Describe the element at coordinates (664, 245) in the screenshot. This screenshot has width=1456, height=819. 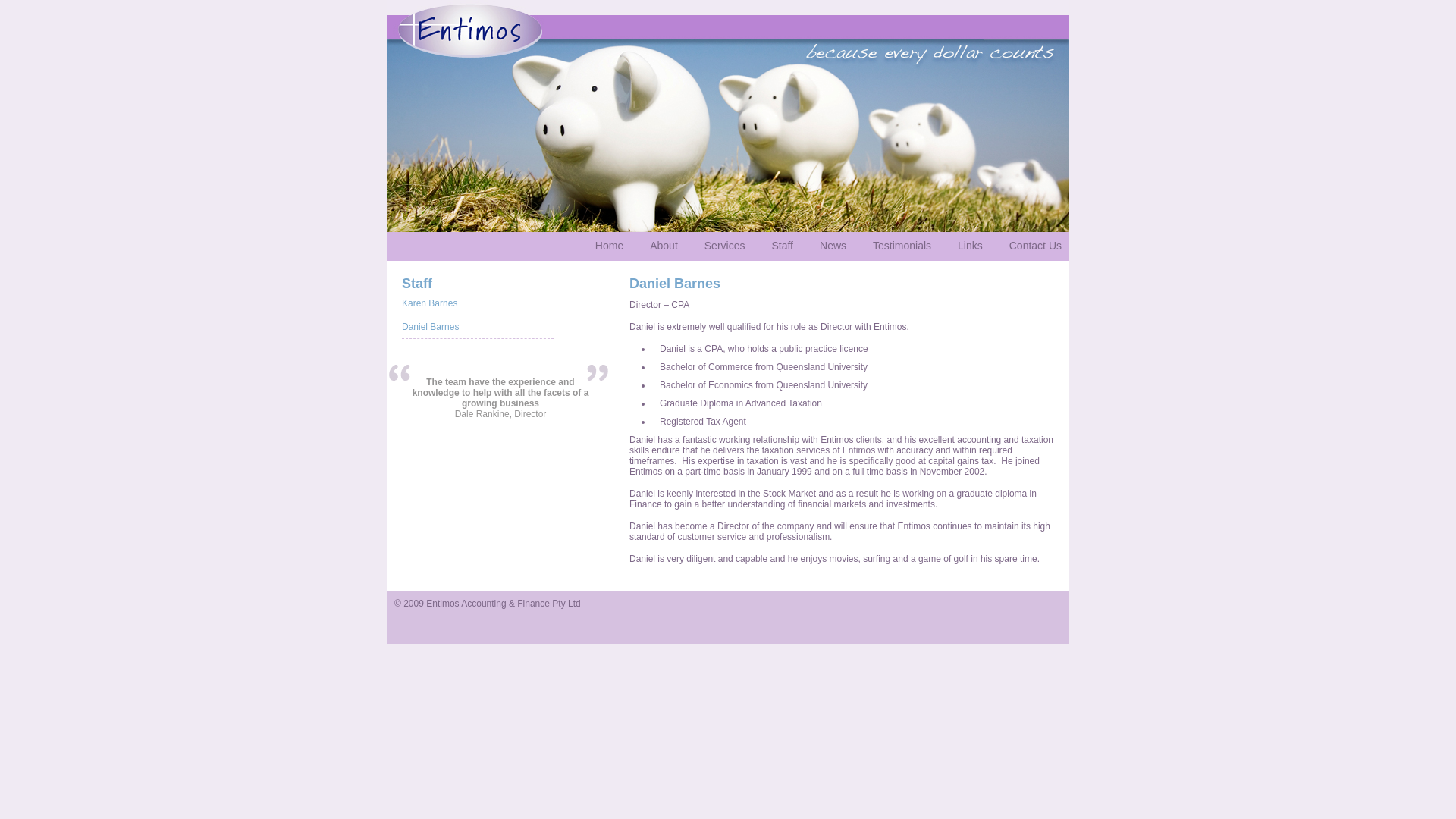
I see `'About'` at that location.